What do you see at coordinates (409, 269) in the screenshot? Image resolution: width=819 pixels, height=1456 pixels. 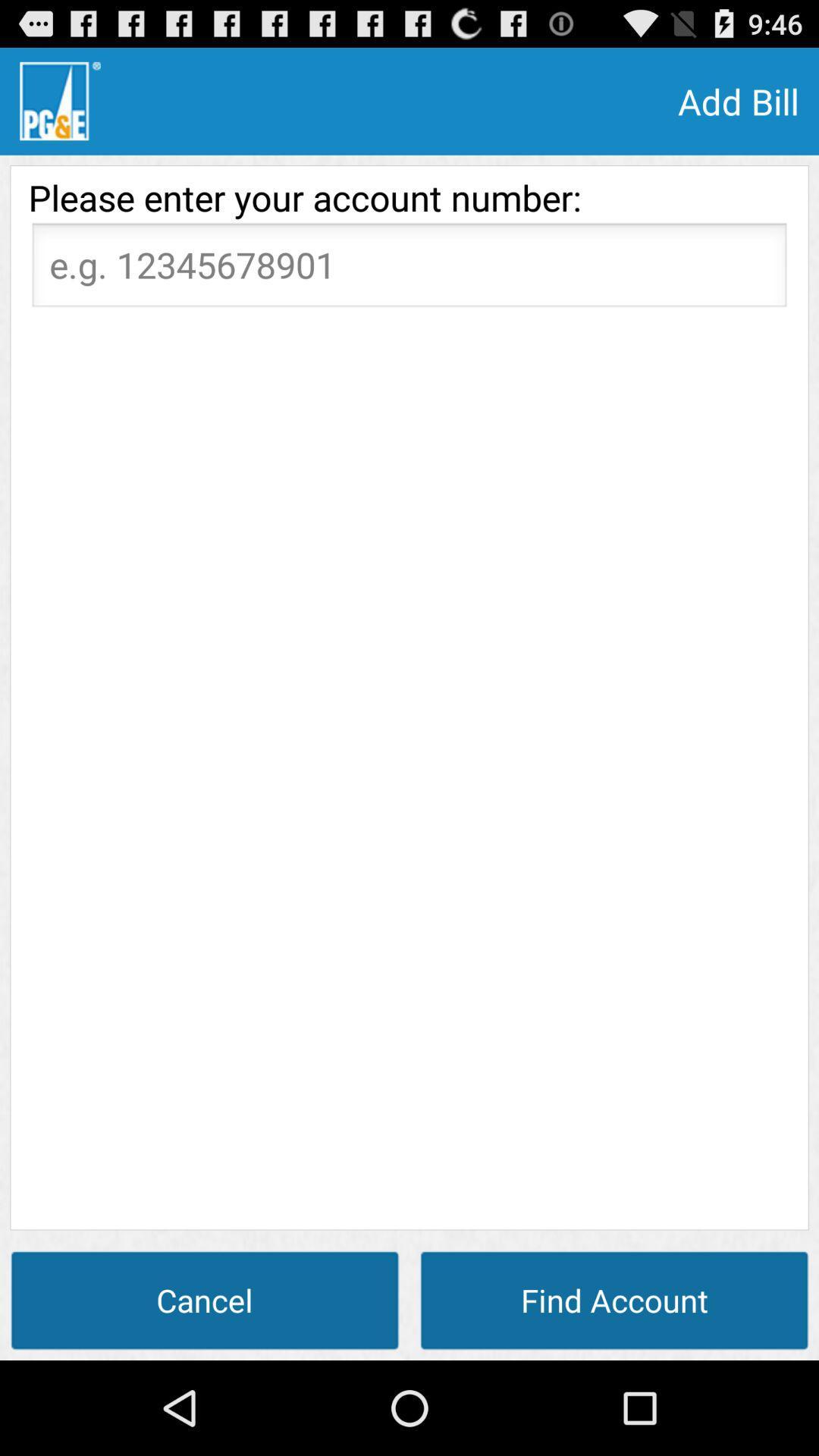 I see `form input to enter account number` at bounding box center [409, 269].